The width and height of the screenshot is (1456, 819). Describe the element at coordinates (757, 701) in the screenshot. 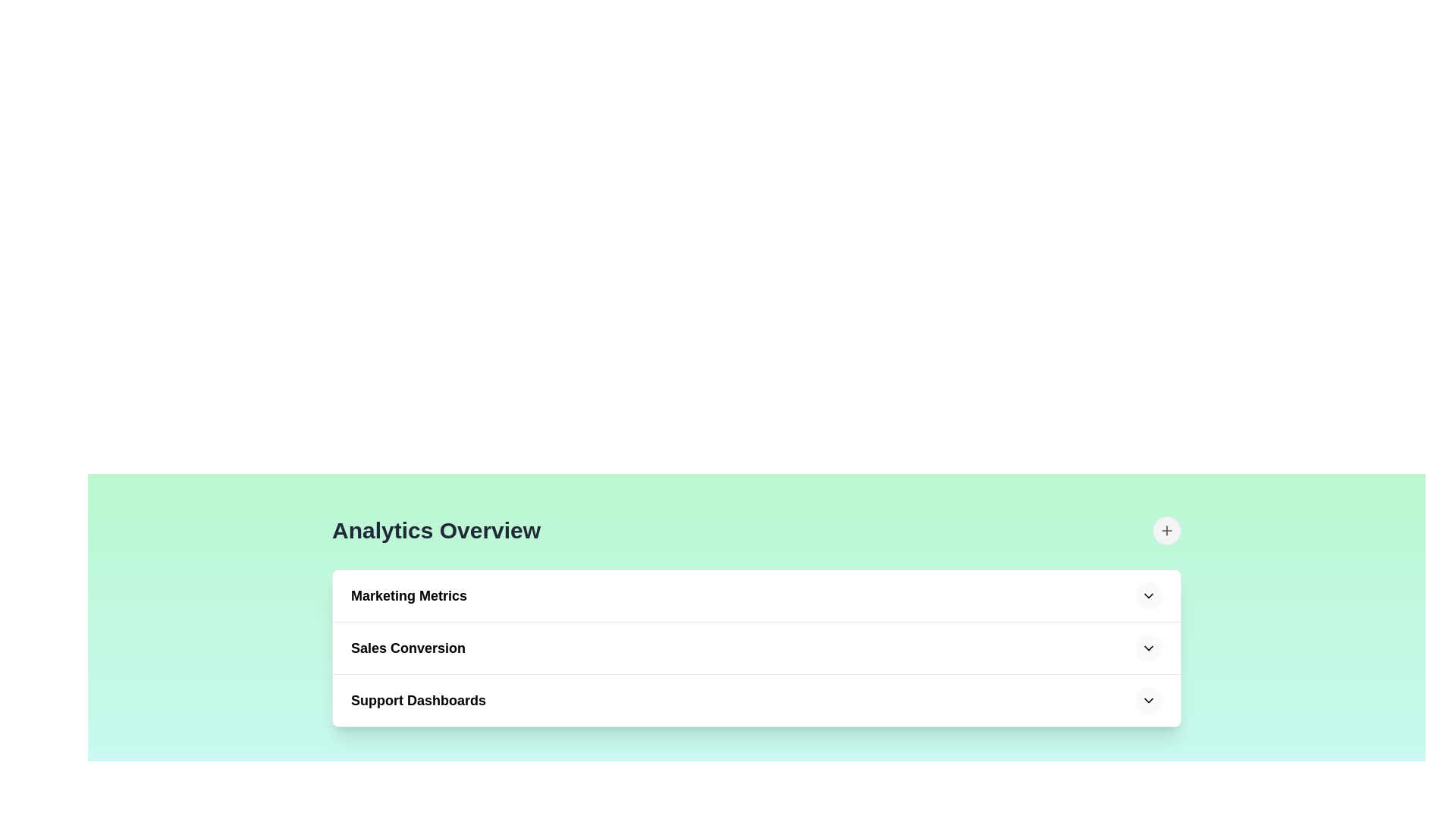

I see `the 'Support Dashboards' menu item in the 'Analytics Overview' section` at that location.